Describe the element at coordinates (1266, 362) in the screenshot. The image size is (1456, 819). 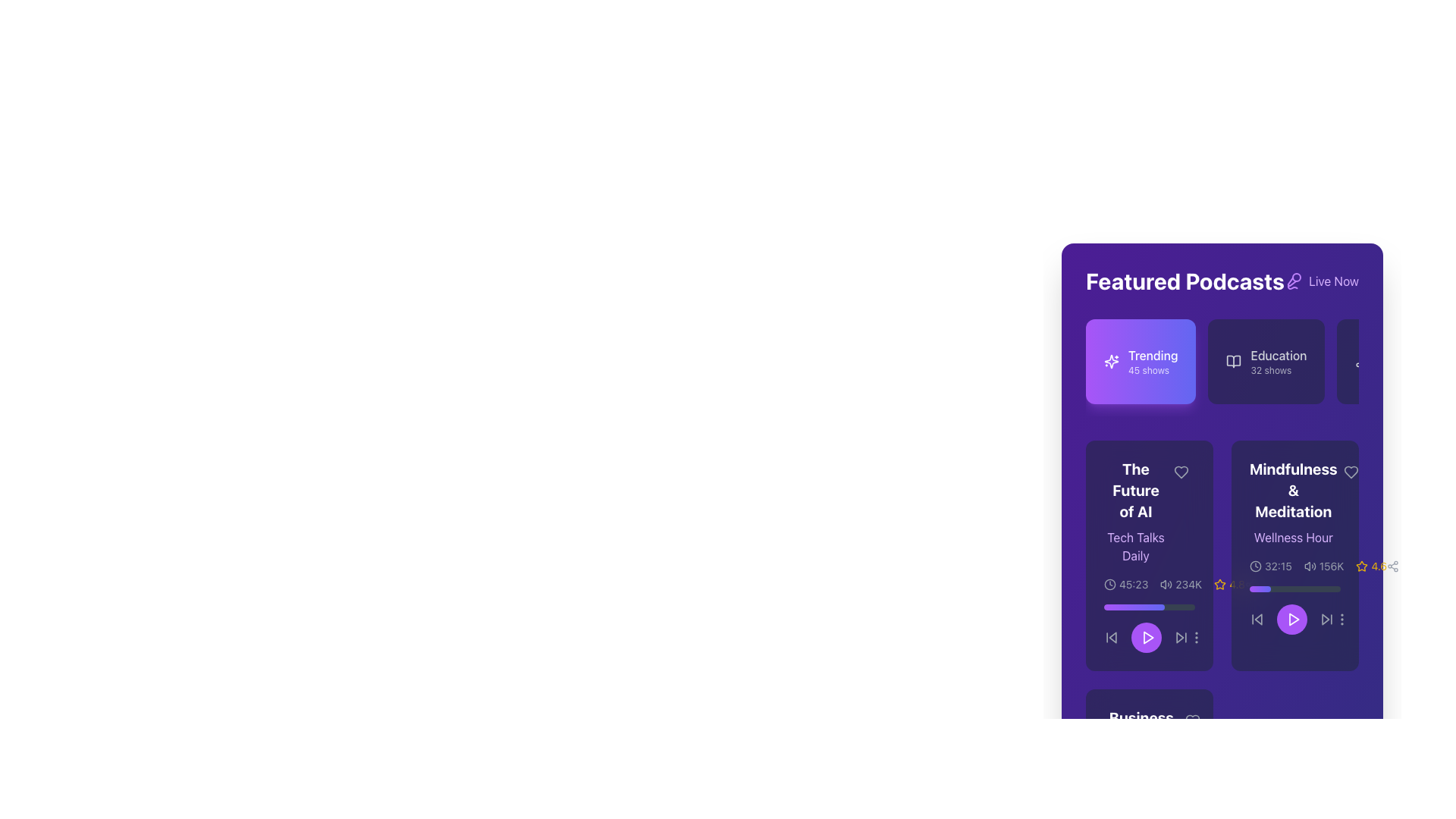
I see `the 'Education' category button, which is the second item in the 'Featured Podcasts' section, located immediately to the right of the 'Trending' element` at that location.